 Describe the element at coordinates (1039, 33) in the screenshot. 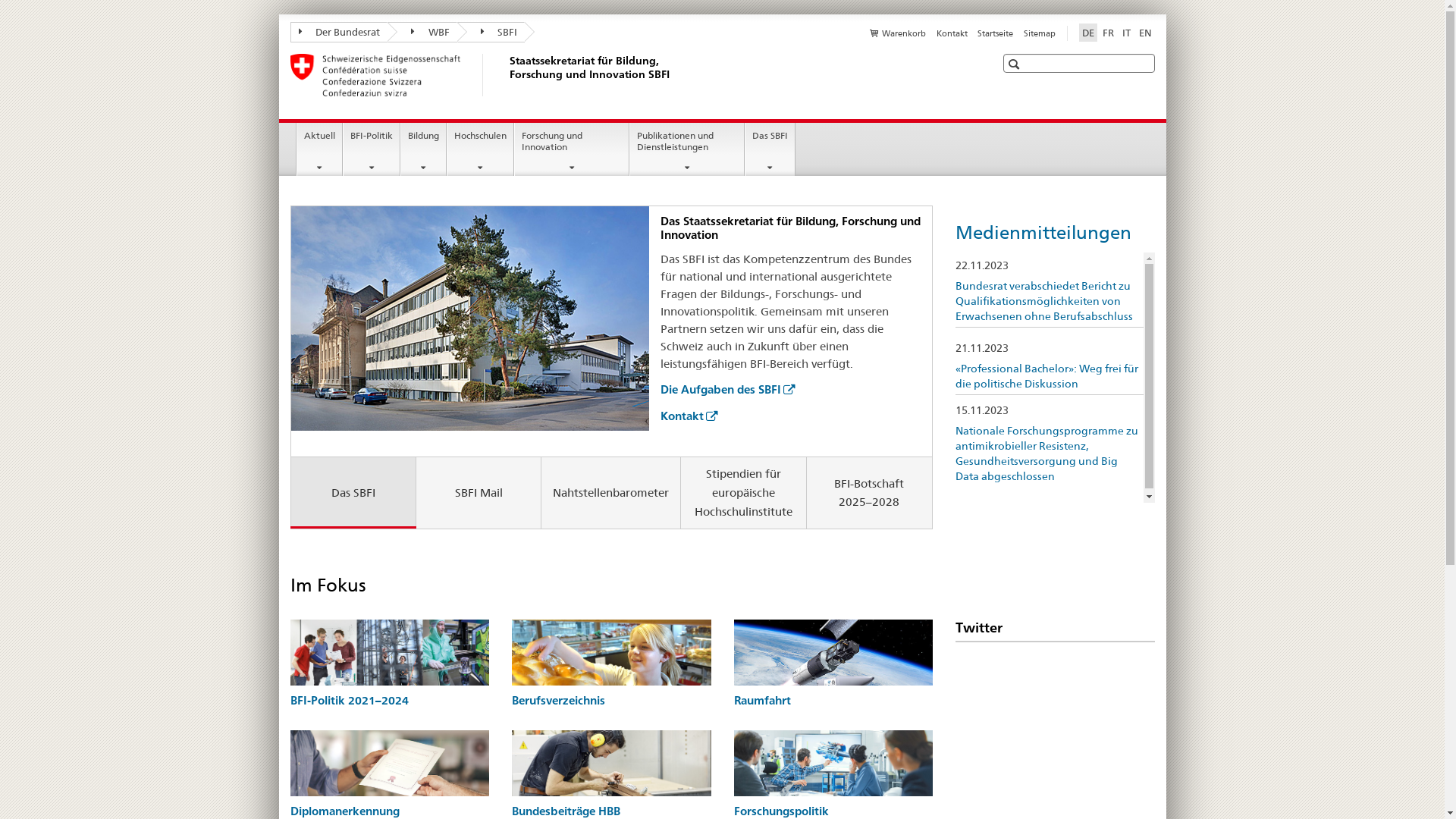

I see `'Sitemap'` at that location.